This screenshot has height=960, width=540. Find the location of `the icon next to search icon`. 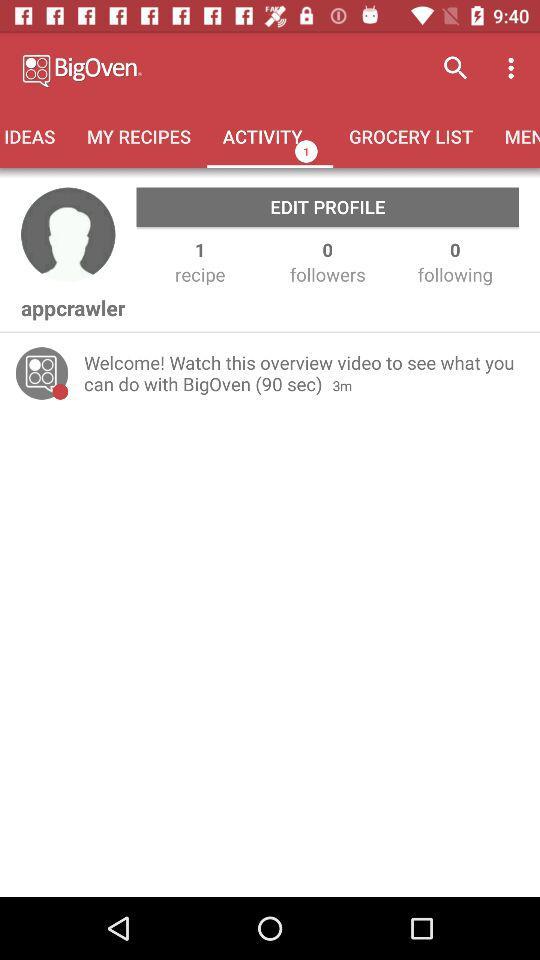

the icon next to search icon is located at coordinates (514, 68).